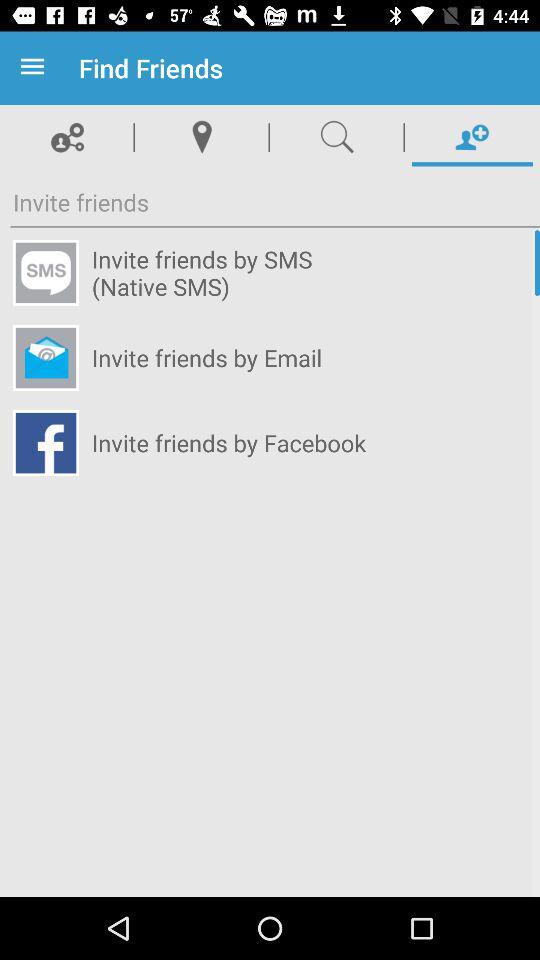  Describe the element at coordinates (36, 68) in the screenshot. I see `icon next to find friends app` at that location.